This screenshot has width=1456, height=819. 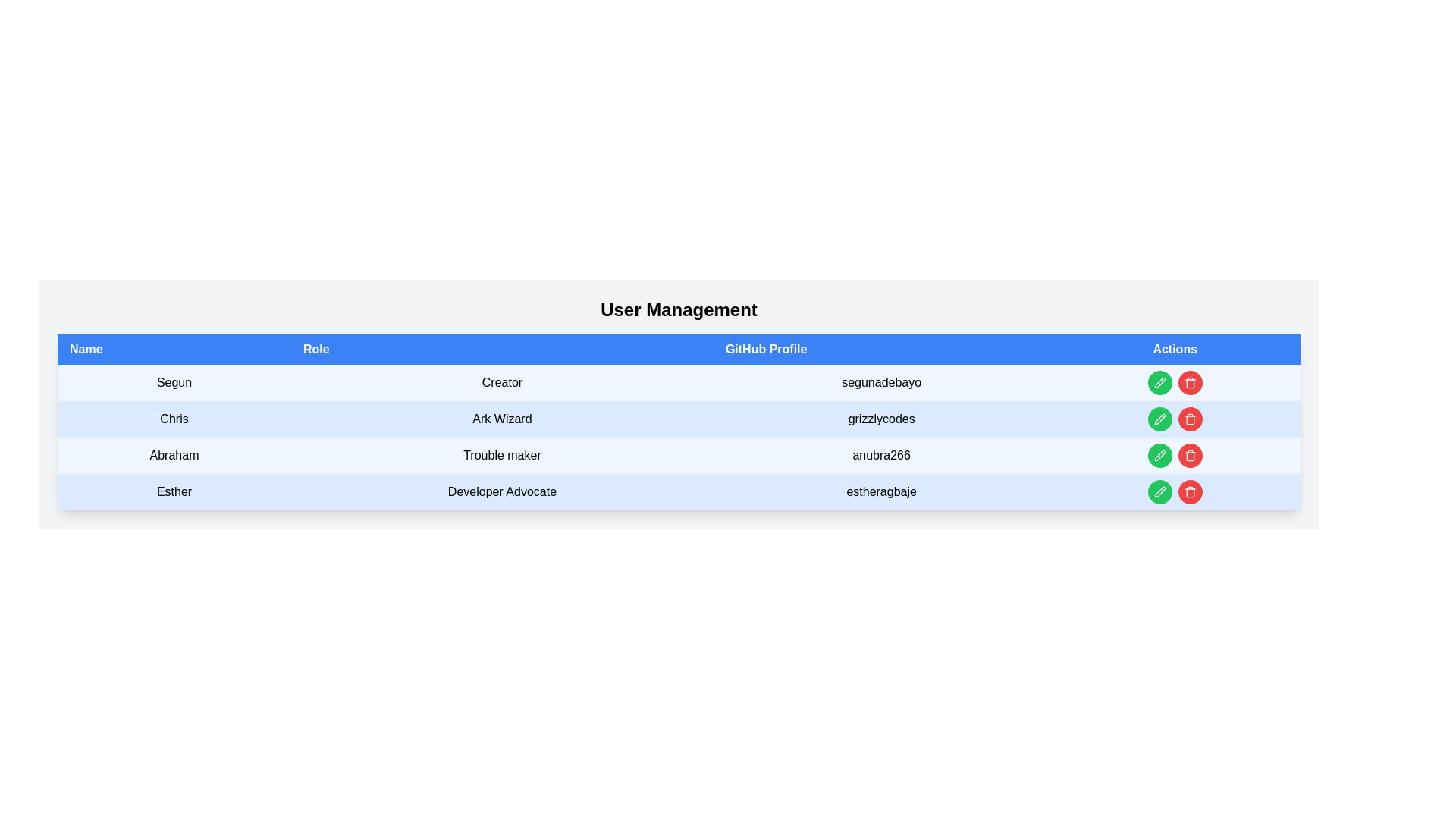 I want to click on the trash bin icon in the Actions column of the User Management table associated with the user 'Esther' to potentially display a tooltip, so click(x=1189, y=491).